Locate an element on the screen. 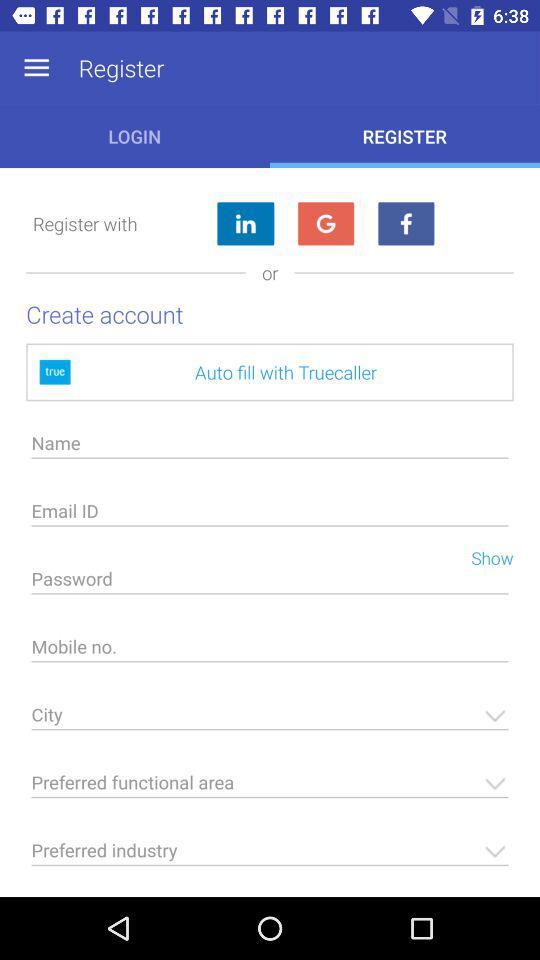 Image resolution: width=540 pixels, height=960 pixels. the icon above or item is located at coordinates (325, 224).